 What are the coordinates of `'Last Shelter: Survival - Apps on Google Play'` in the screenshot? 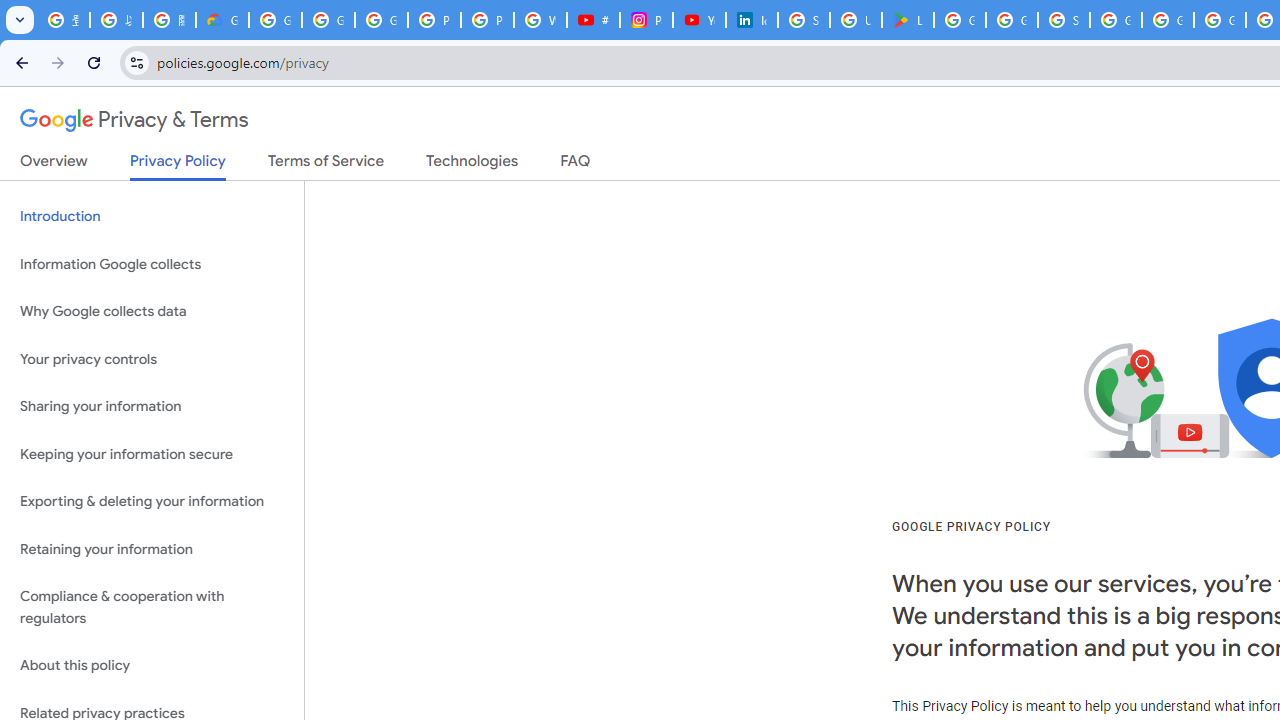 It's located at (907, 20).